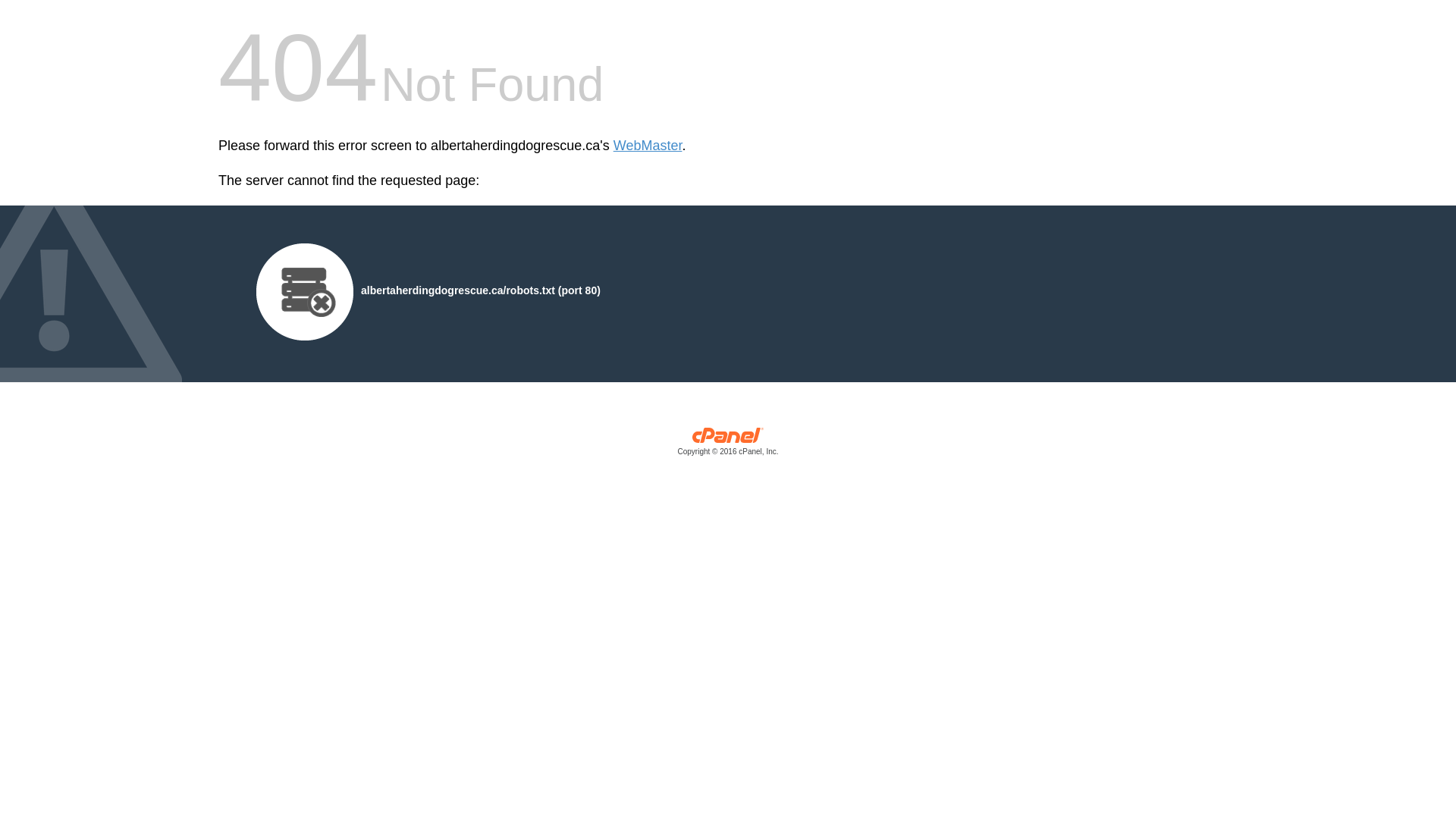  I want to click on 'WebMaster', so click(648, 146).